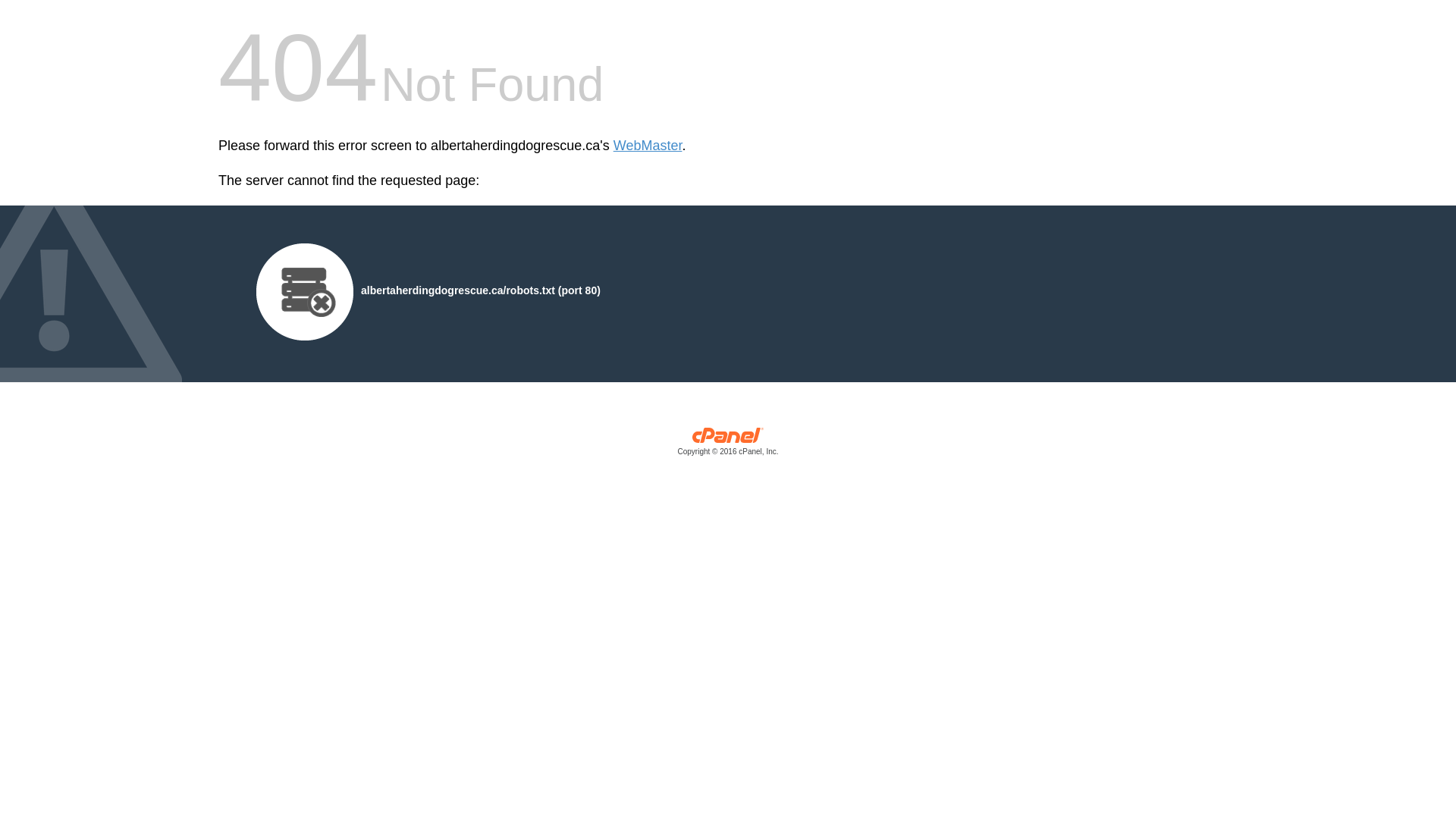  I want to click on 'WebMaster', so click(648, 146).